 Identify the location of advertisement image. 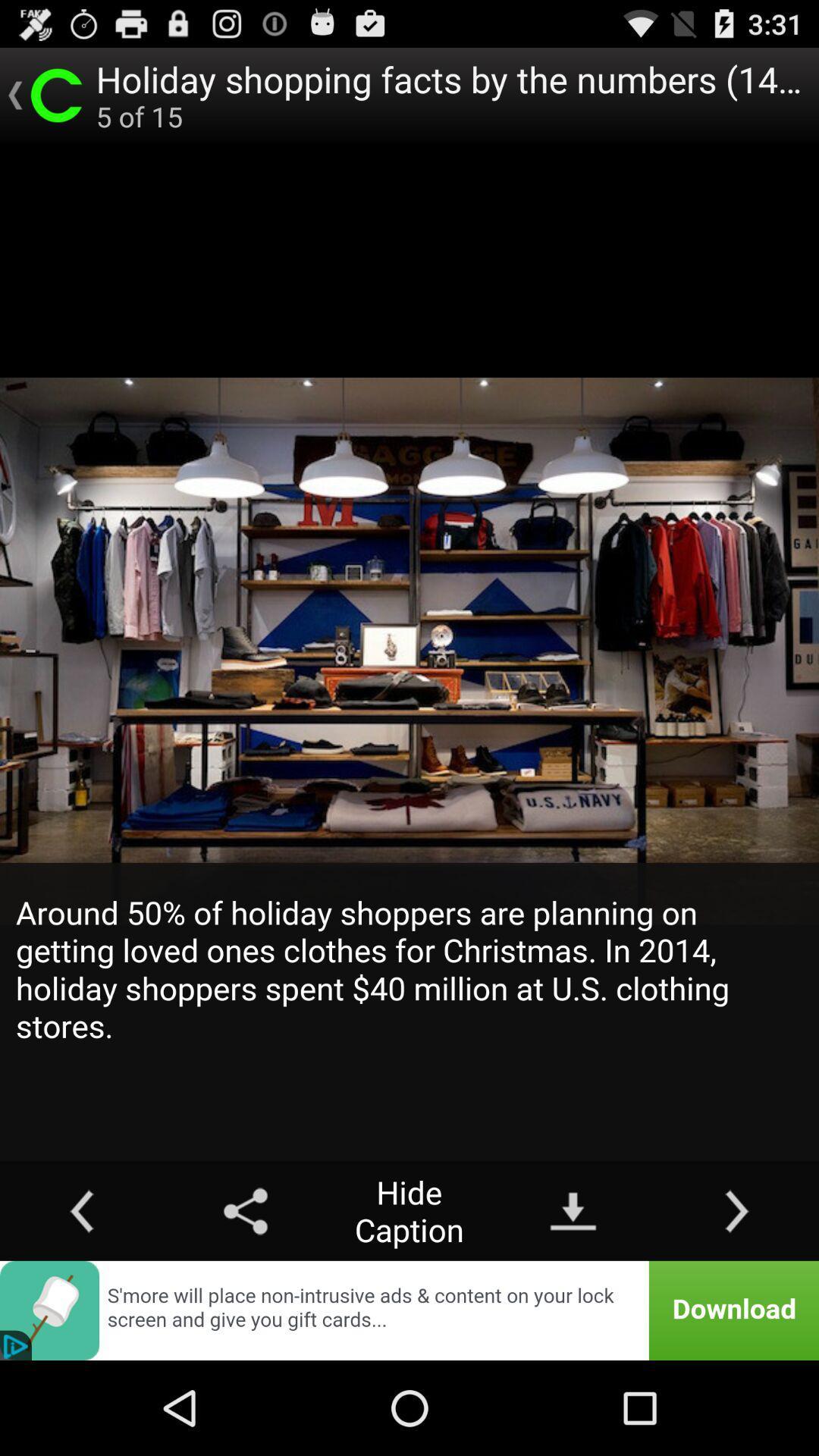
(409, 1310).